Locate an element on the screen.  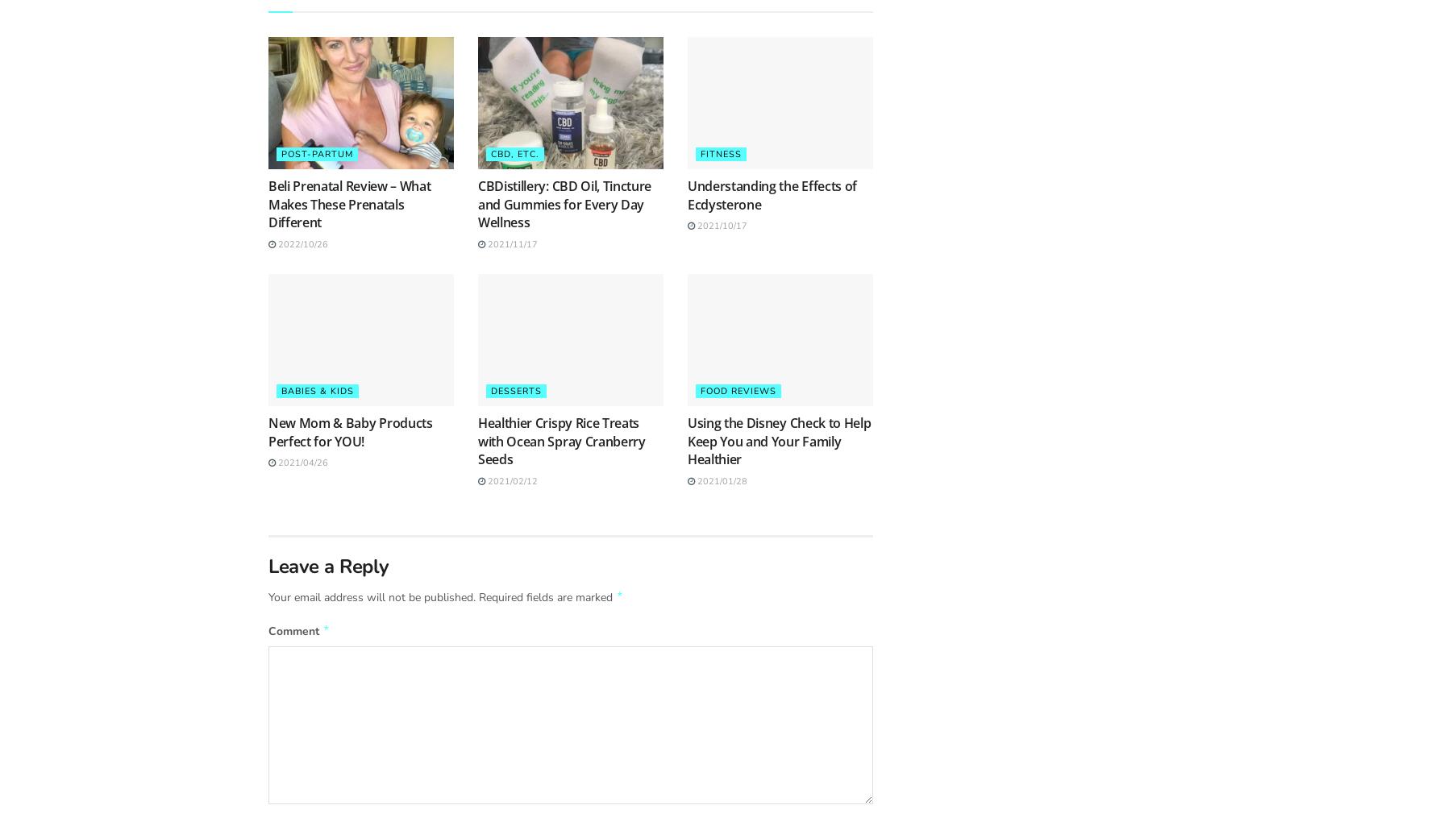
'Desserts' is located at coordinates (515, 391).